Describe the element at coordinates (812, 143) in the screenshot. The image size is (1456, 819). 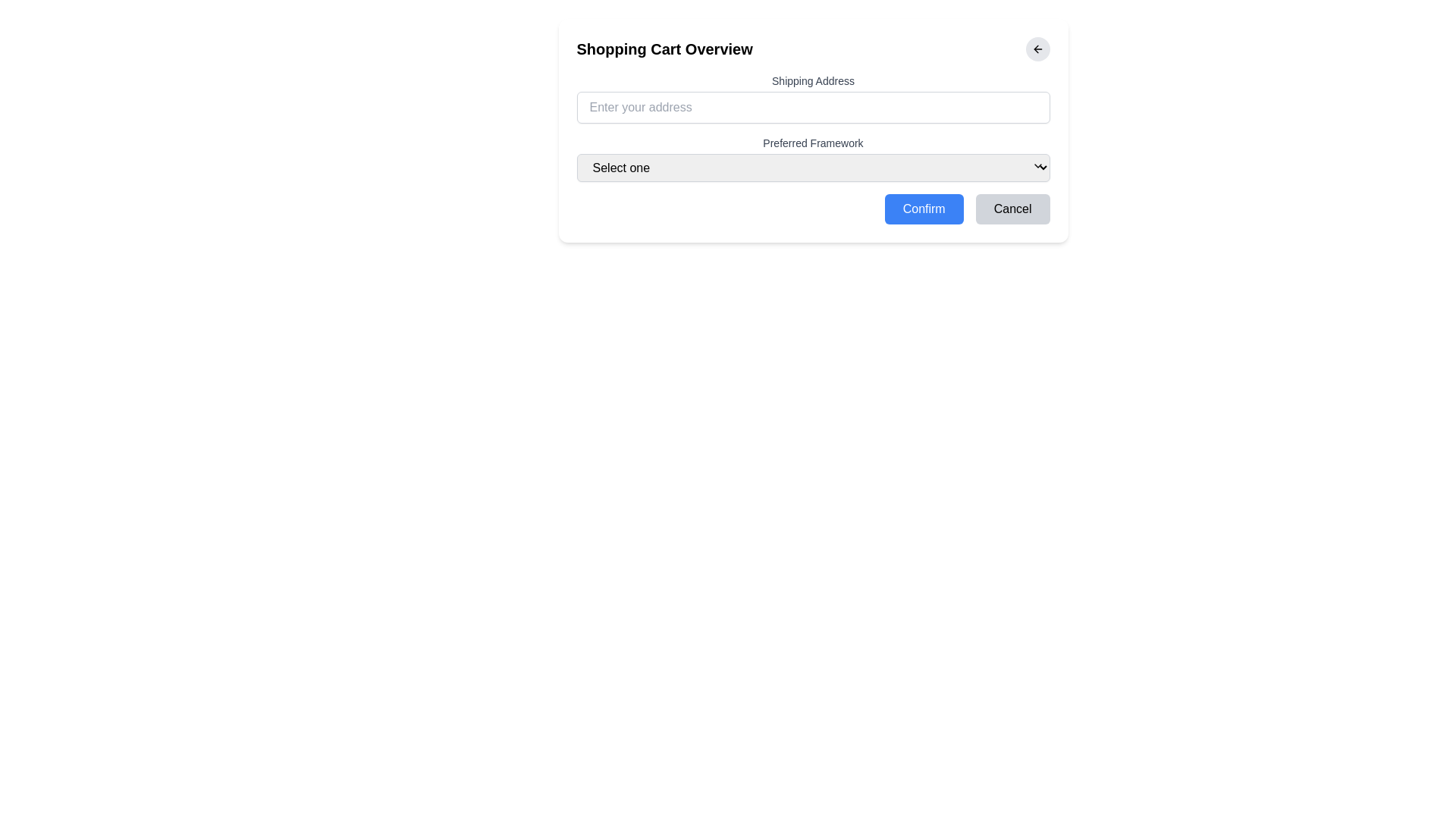
I see `the text label that reads 'Preferred Framework', which is styled in a small gray font and positioned above the dropdown menu labeled 'Select one'` at that location.